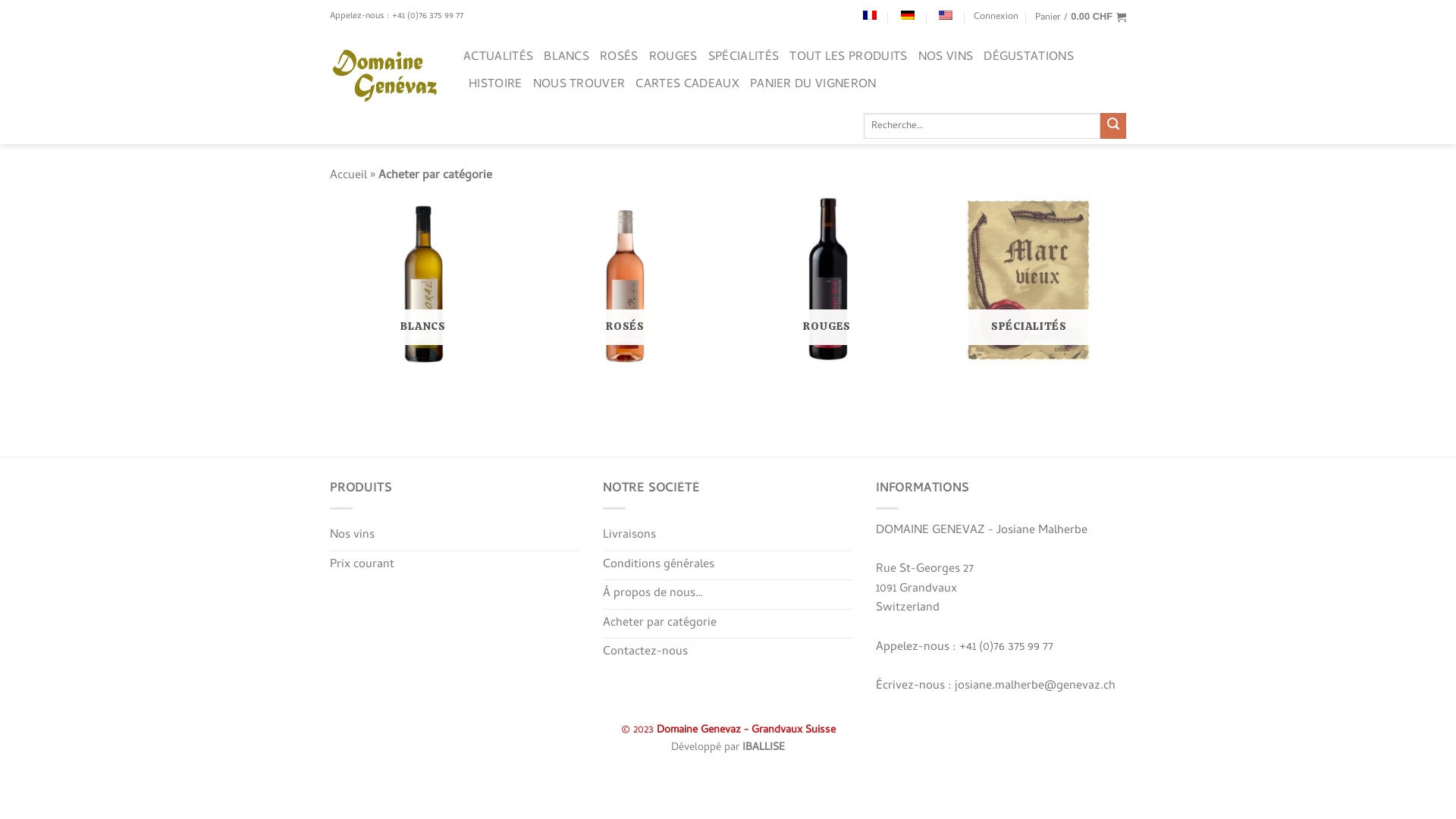 The height and width of the screenshot is (819, 1456). I want to click on 'Connexion', so click(996, 17).